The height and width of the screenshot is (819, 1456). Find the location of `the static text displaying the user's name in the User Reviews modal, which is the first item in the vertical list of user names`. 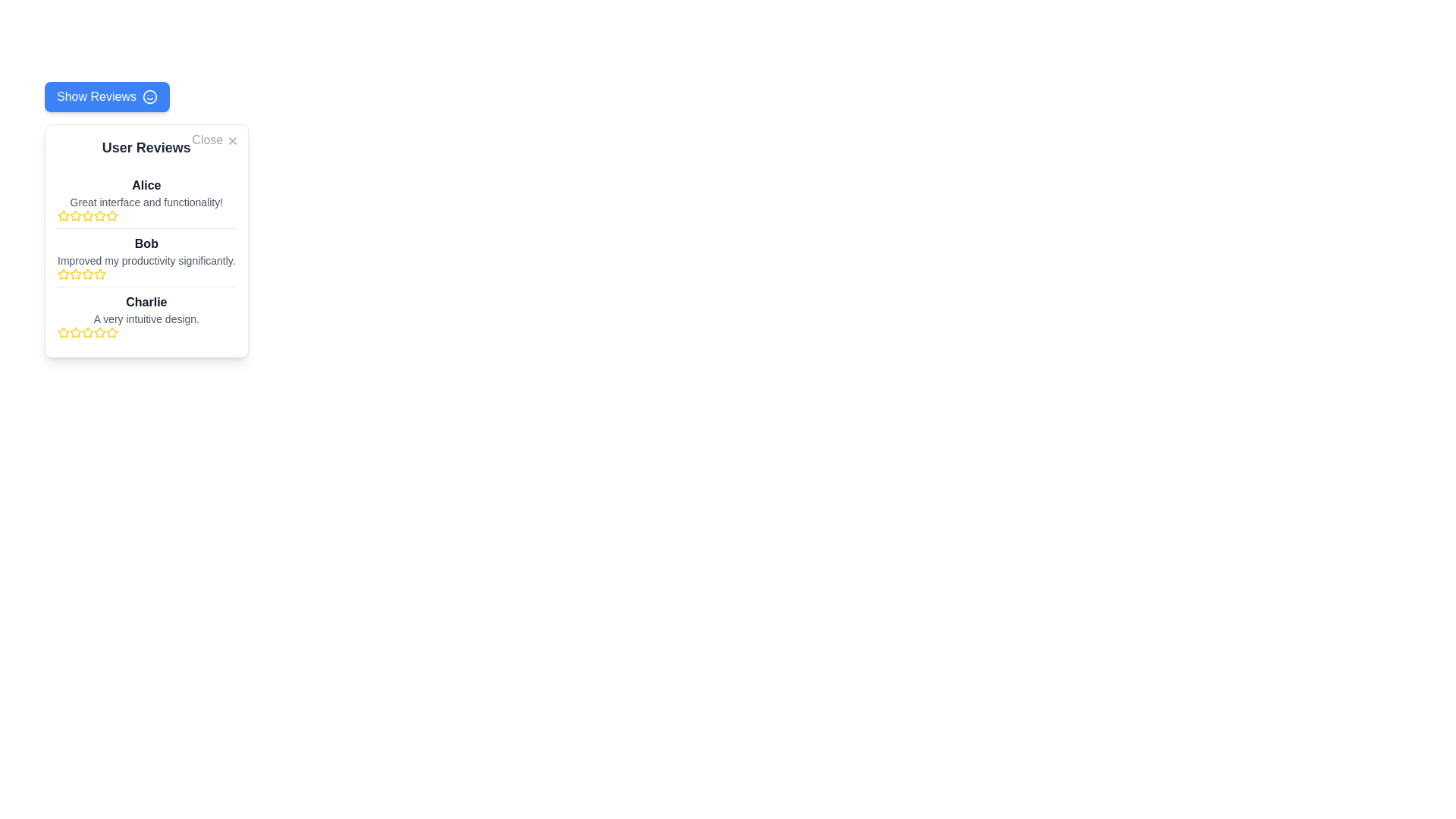

the static text displaying the user's name in the User Reviews modal, which is the first item in the vertical list of user names is located at coordinates (146, 184).